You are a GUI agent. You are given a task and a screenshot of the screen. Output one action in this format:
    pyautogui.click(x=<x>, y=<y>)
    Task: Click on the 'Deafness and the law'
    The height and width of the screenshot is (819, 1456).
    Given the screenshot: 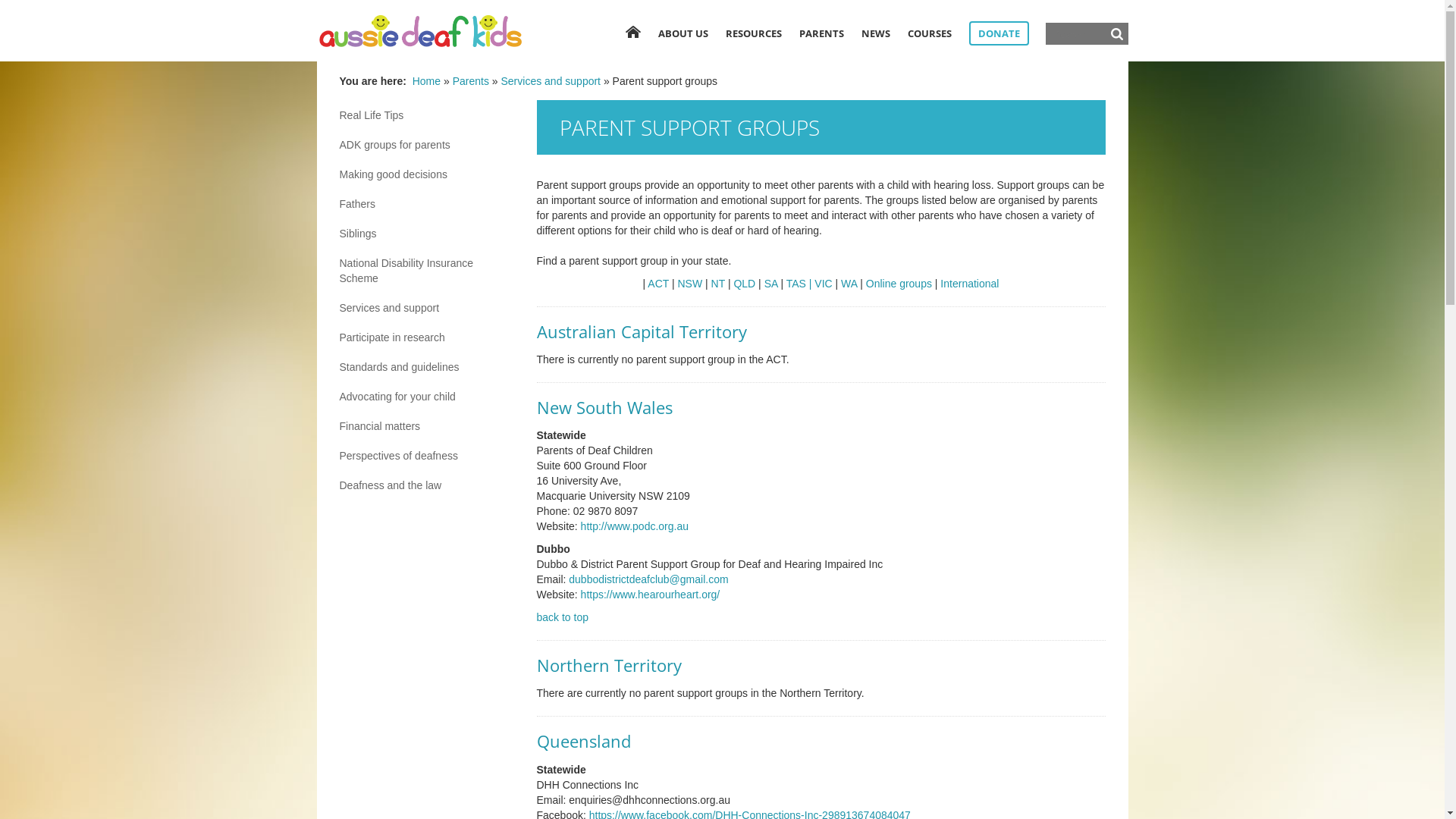 What is the action you would take?
    pyautogui.click(x=425, y=485)
    